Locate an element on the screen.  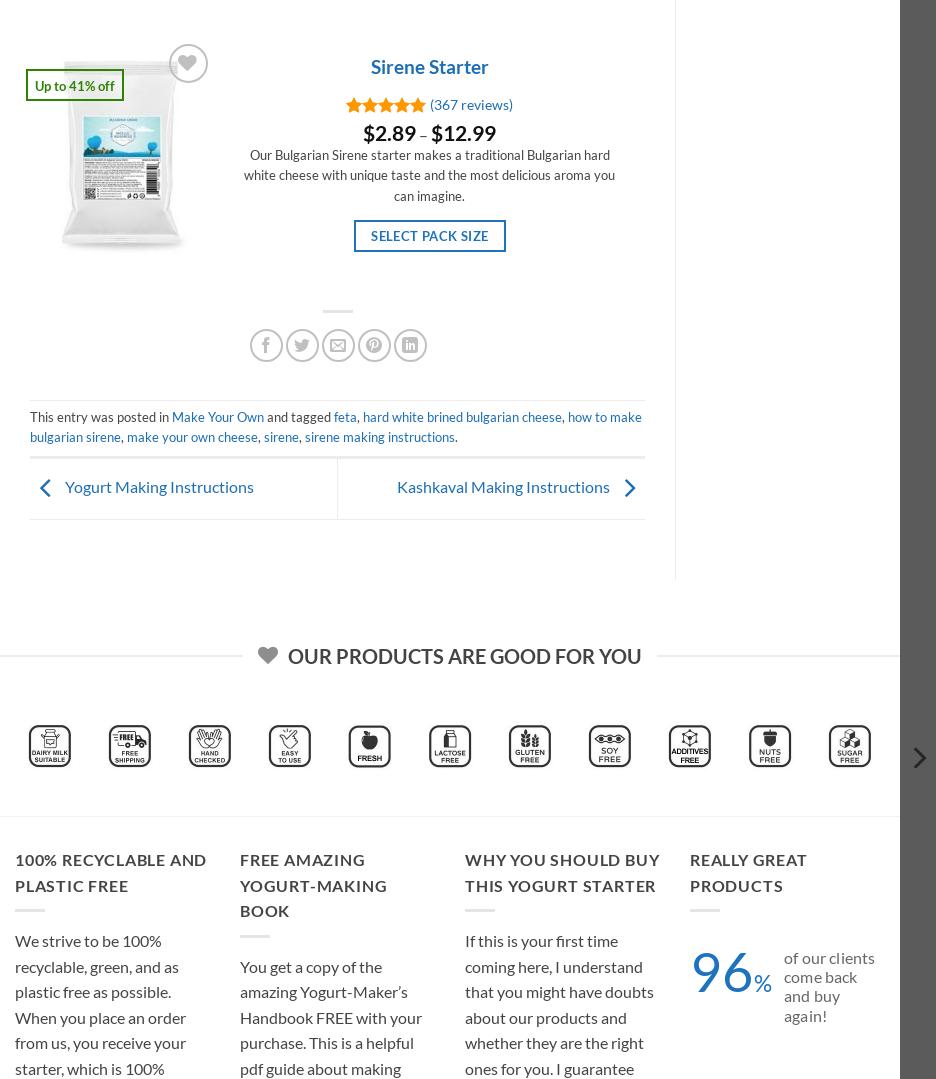
'make your own cheese' is located at coordinates (191, 436).